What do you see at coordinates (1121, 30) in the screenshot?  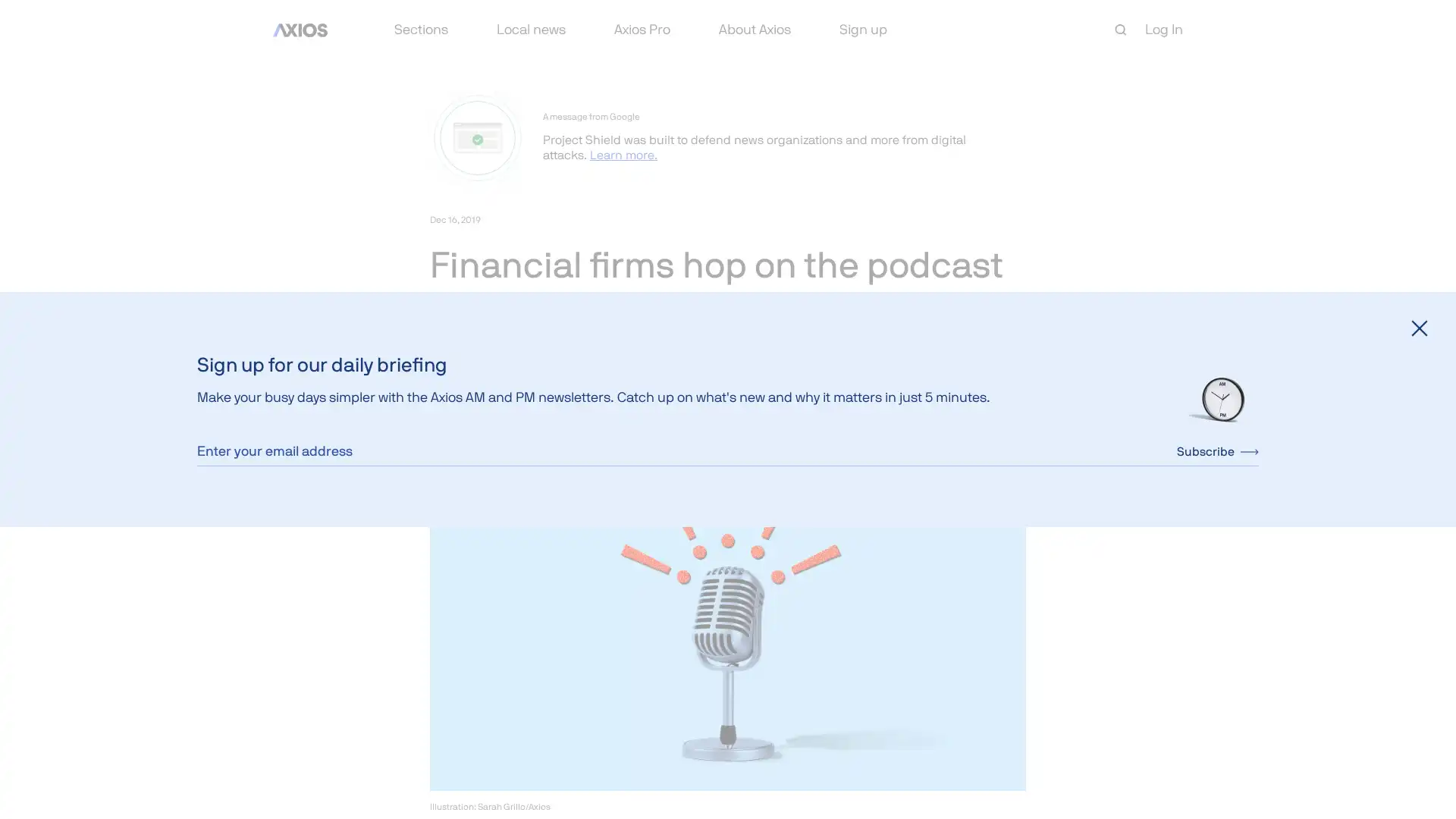 I see `open search` at bounding box center [1121, 30].